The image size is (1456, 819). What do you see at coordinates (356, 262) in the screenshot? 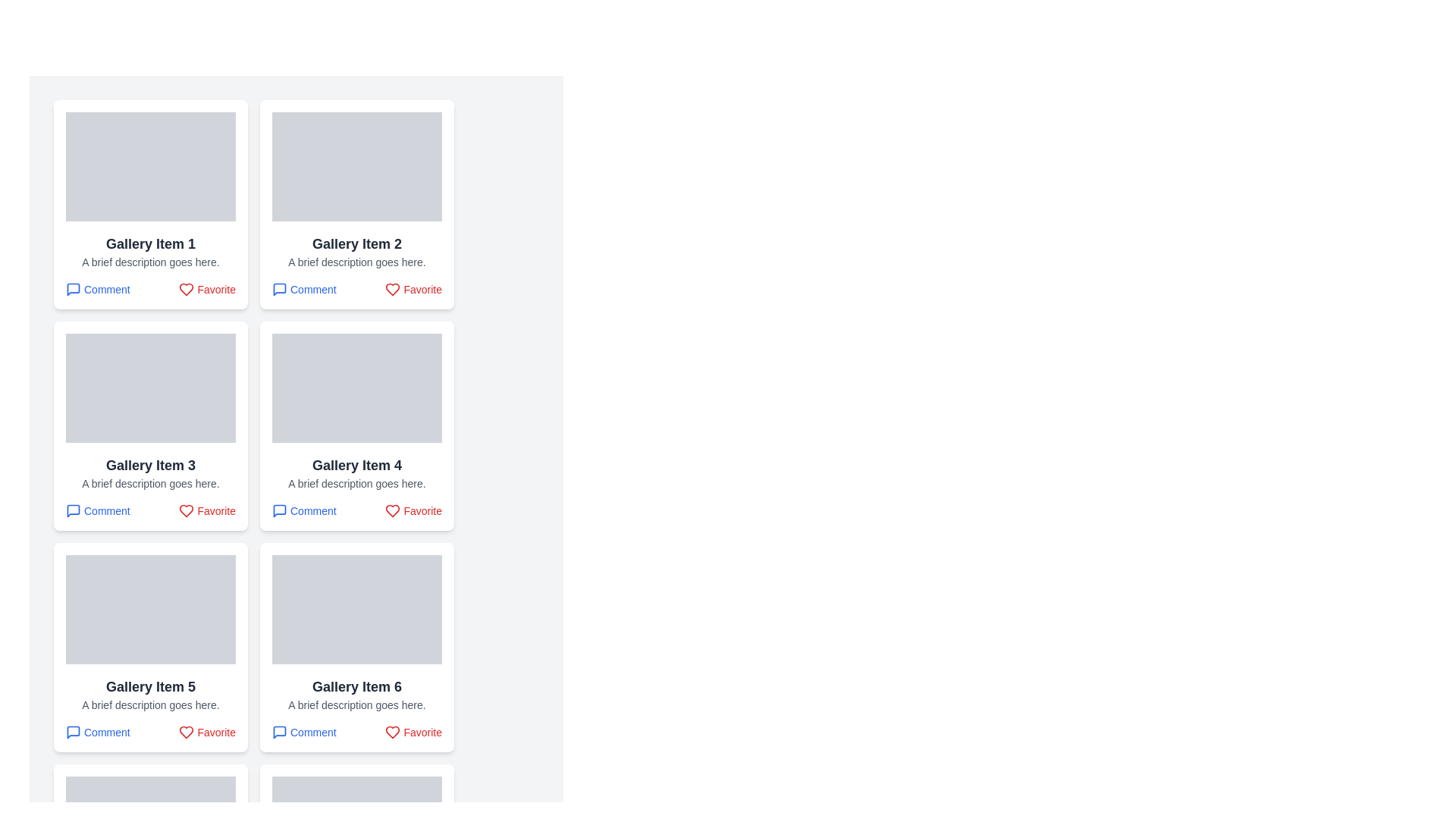
I see `text content of the element labeled 'A brief description goes here.' located beneath 'Gallery Item 2' in the gallery grid layout` at bounding box center [356, 262].